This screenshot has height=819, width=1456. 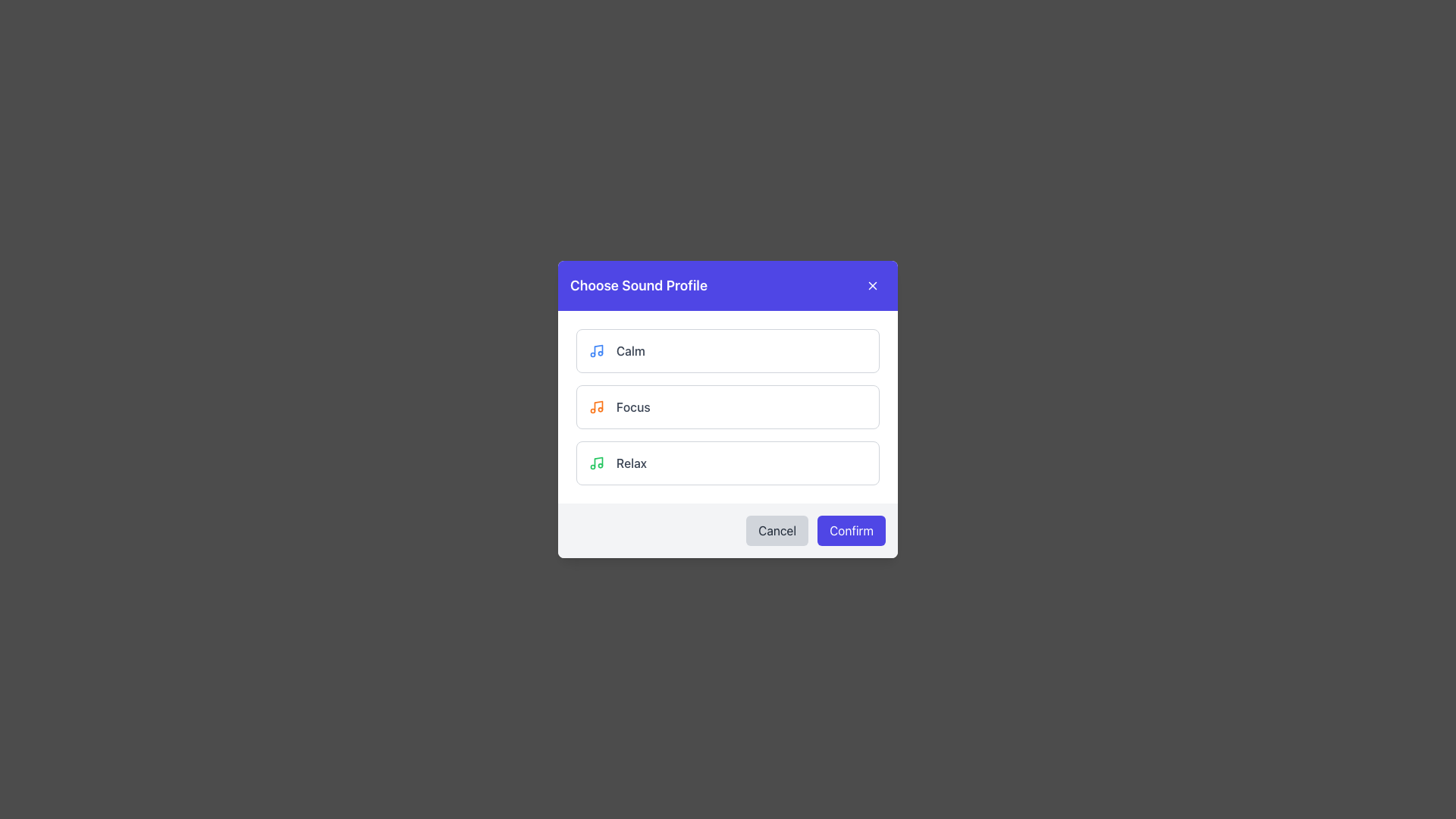 I want to click on the button-like list item for selecting the 'Focus' sound profile option in the modal dialog titled 'Choose Sound Profile', so click(x=728, y=406).